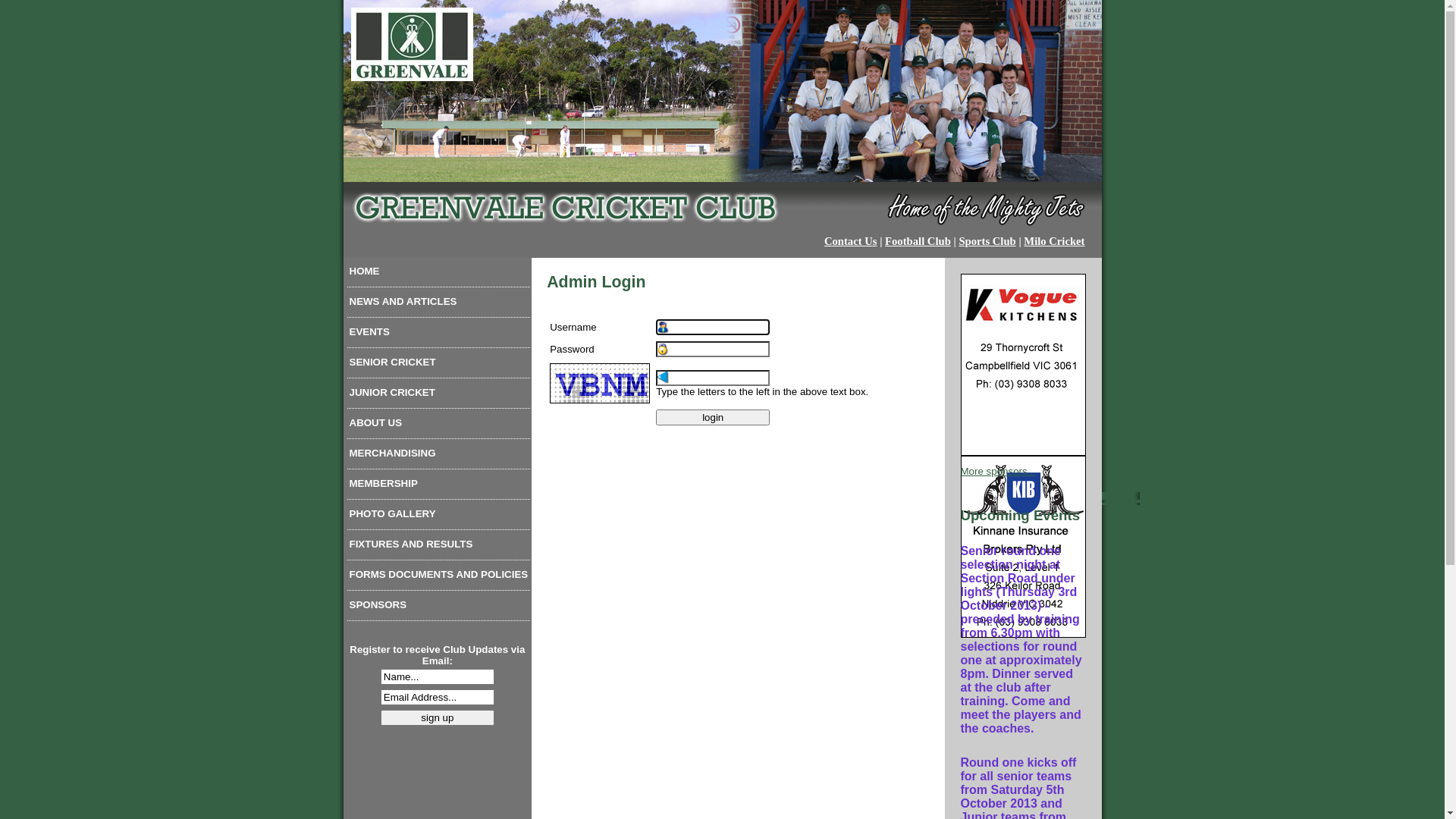 The image size is (1456, 819). I want to click on 'HOME', so click(438, 275).